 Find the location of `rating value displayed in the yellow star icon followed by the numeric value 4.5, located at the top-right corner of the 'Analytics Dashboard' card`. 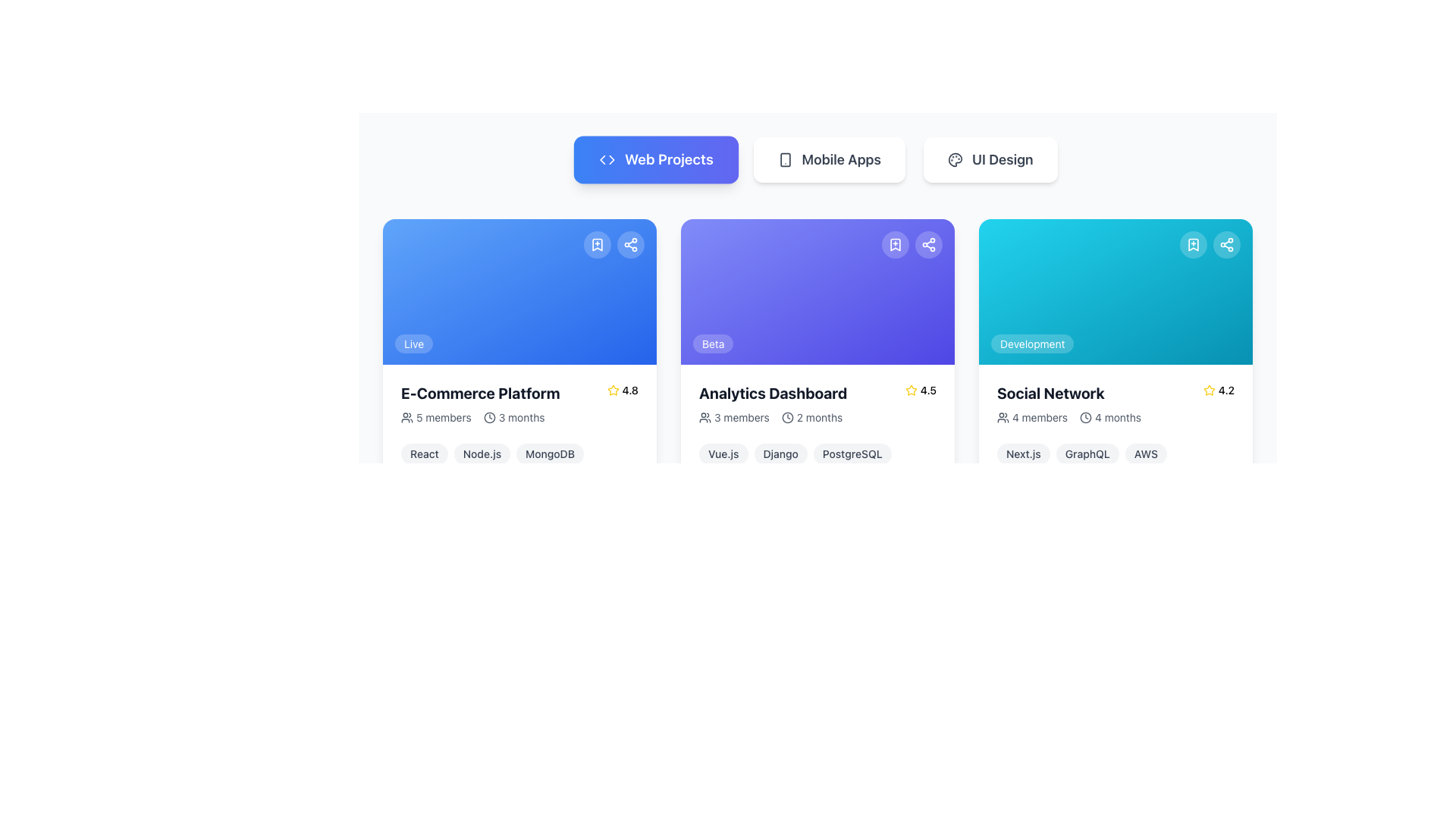

rating value displayed in the yellow star icon followed by the numeric value 4.5, located at the top-right corner of the 'Analytics Dashboard' card is located at coordinates (920, 390).